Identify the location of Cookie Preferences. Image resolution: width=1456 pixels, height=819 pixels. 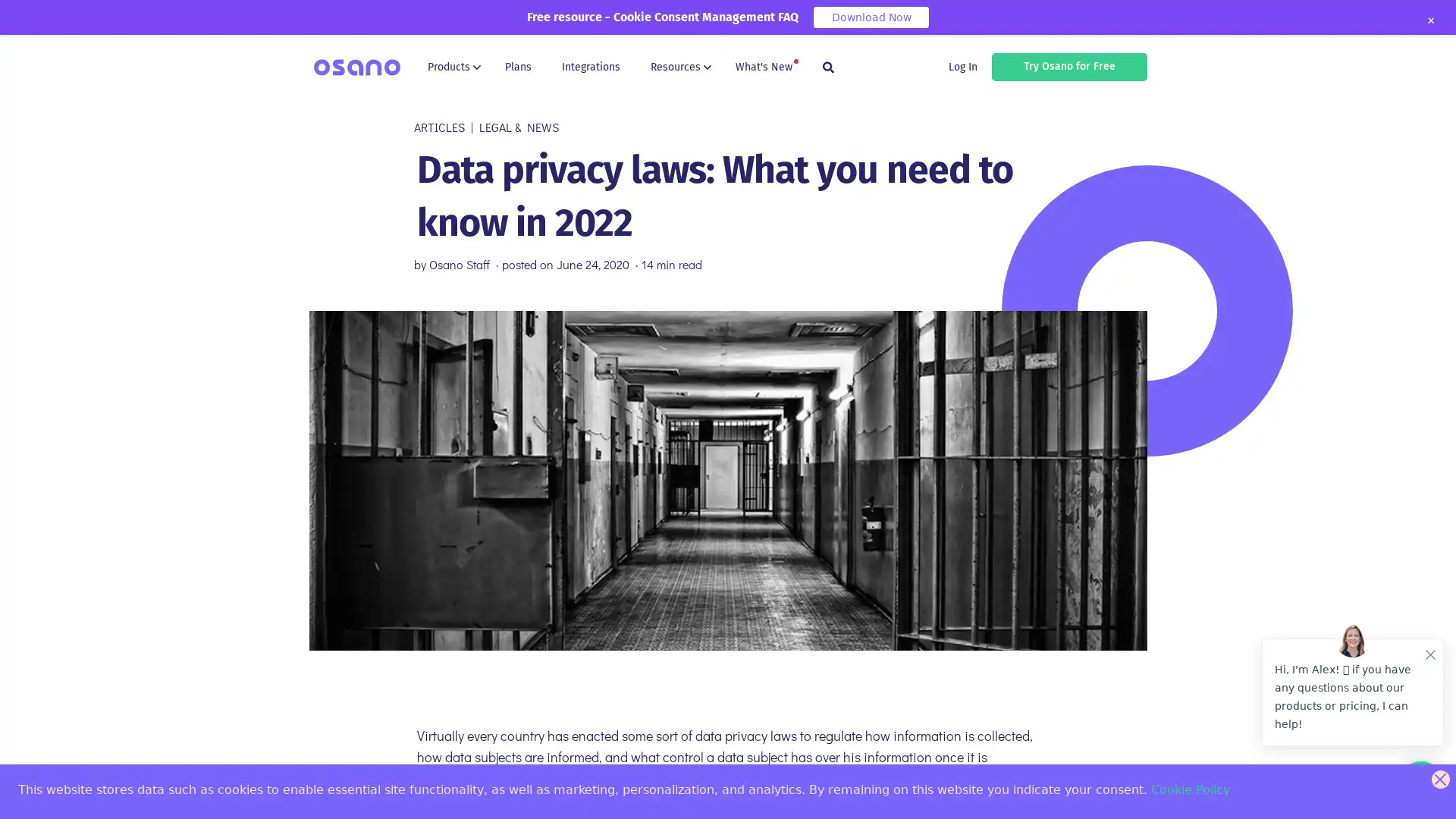
(24, 794).